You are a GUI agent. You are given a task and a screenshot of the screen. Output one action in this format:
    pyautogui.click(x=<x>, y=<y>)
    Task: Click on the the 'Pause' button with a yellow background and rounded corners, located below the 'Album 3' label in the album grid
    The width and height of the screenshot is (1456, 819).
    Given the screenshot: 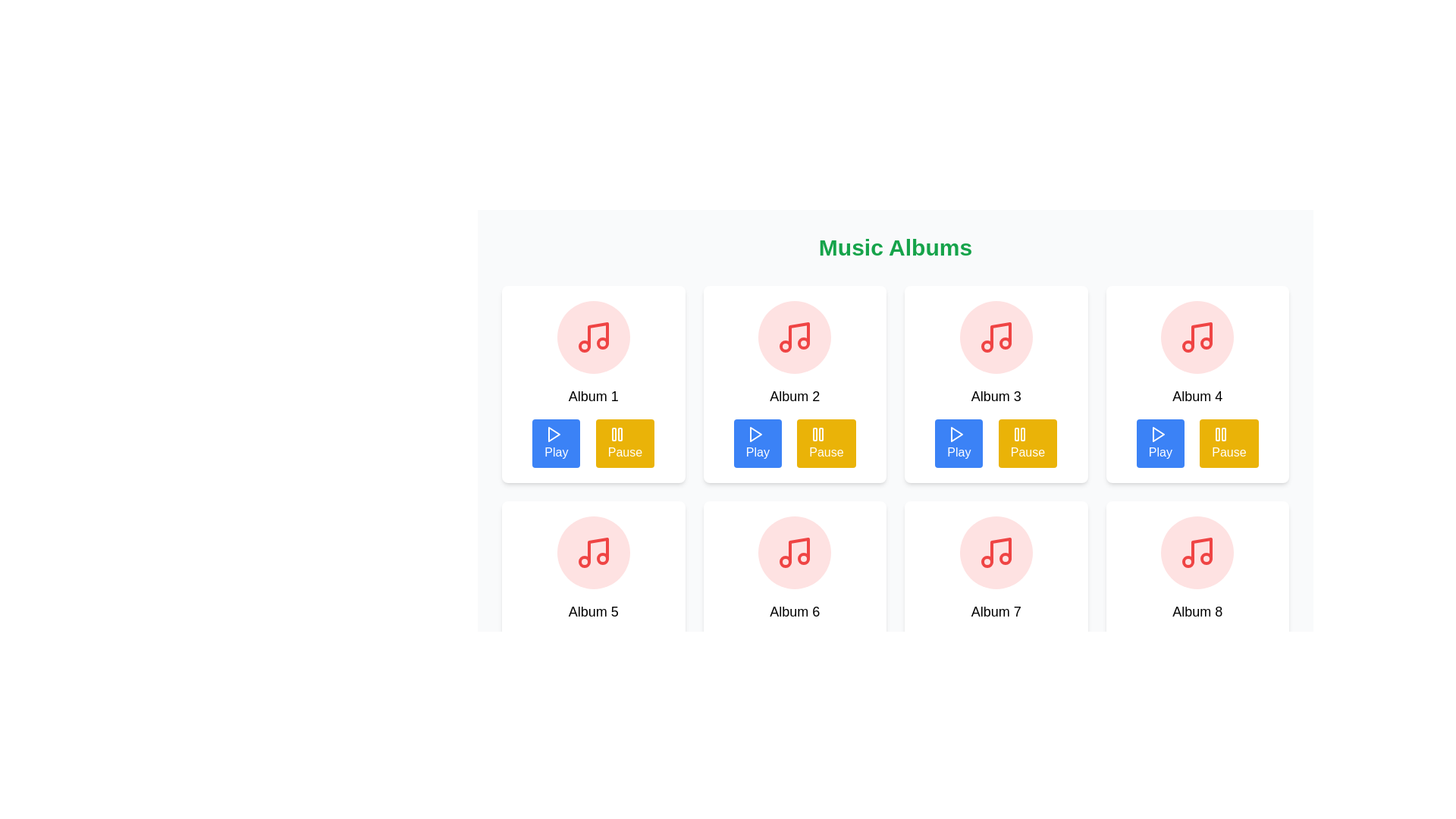 What is the action you would take?
    pyautogui.click(x=1028, y=444)
    